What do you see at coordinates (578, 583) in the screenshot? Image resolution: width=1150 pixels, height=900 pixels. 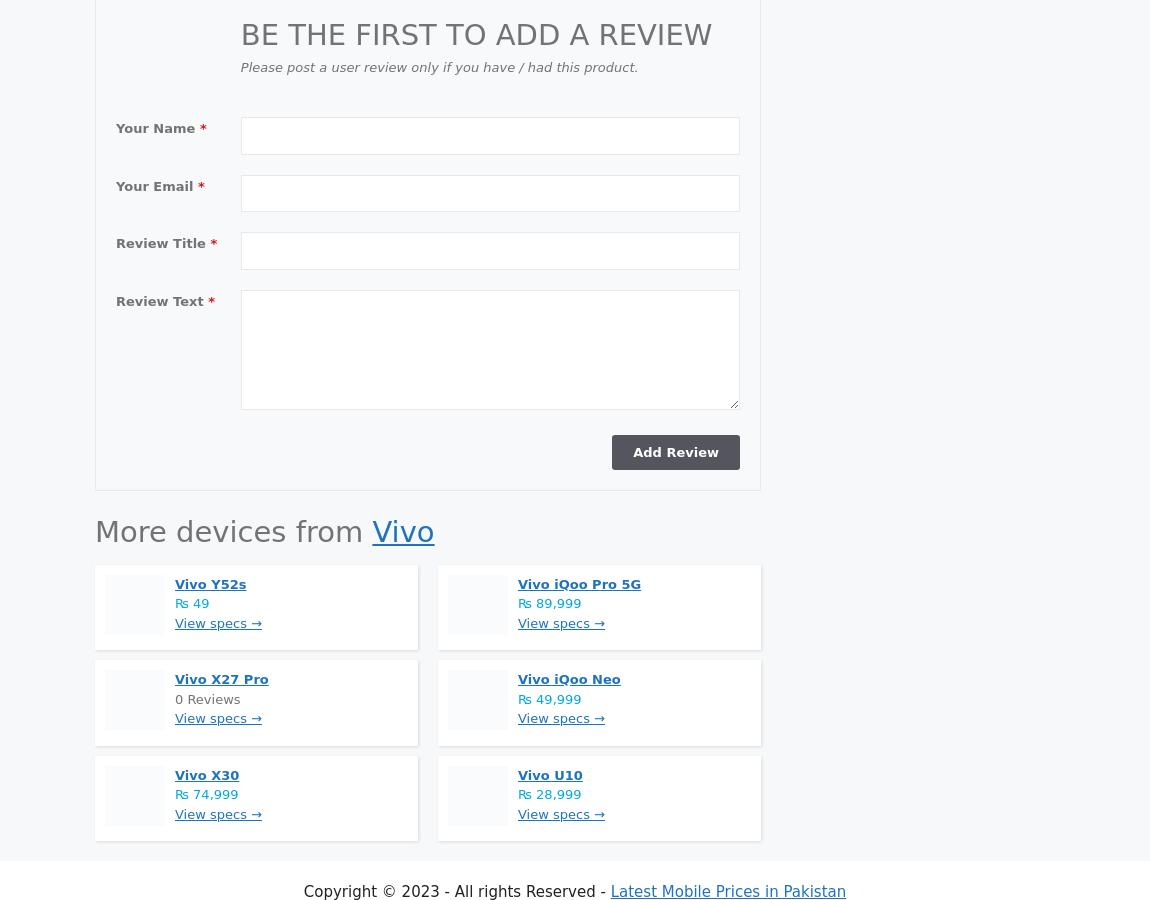 I see `'Vivo iQoo Pro 5G'` at bounding box center [578, 583].